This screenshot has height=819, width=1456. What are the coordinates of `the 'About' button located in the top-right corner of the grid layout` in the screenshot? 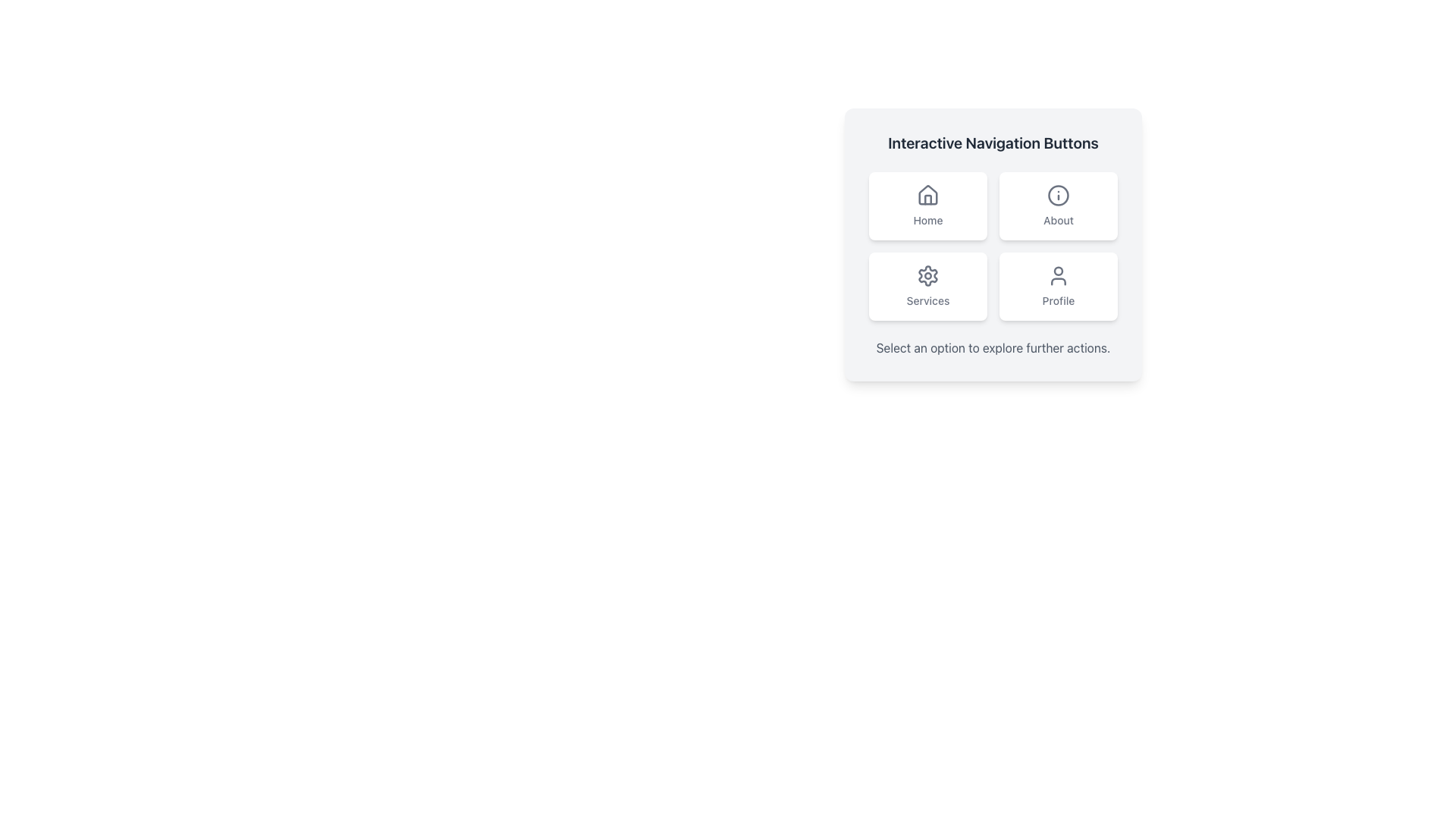 It's located at (1058, 206).